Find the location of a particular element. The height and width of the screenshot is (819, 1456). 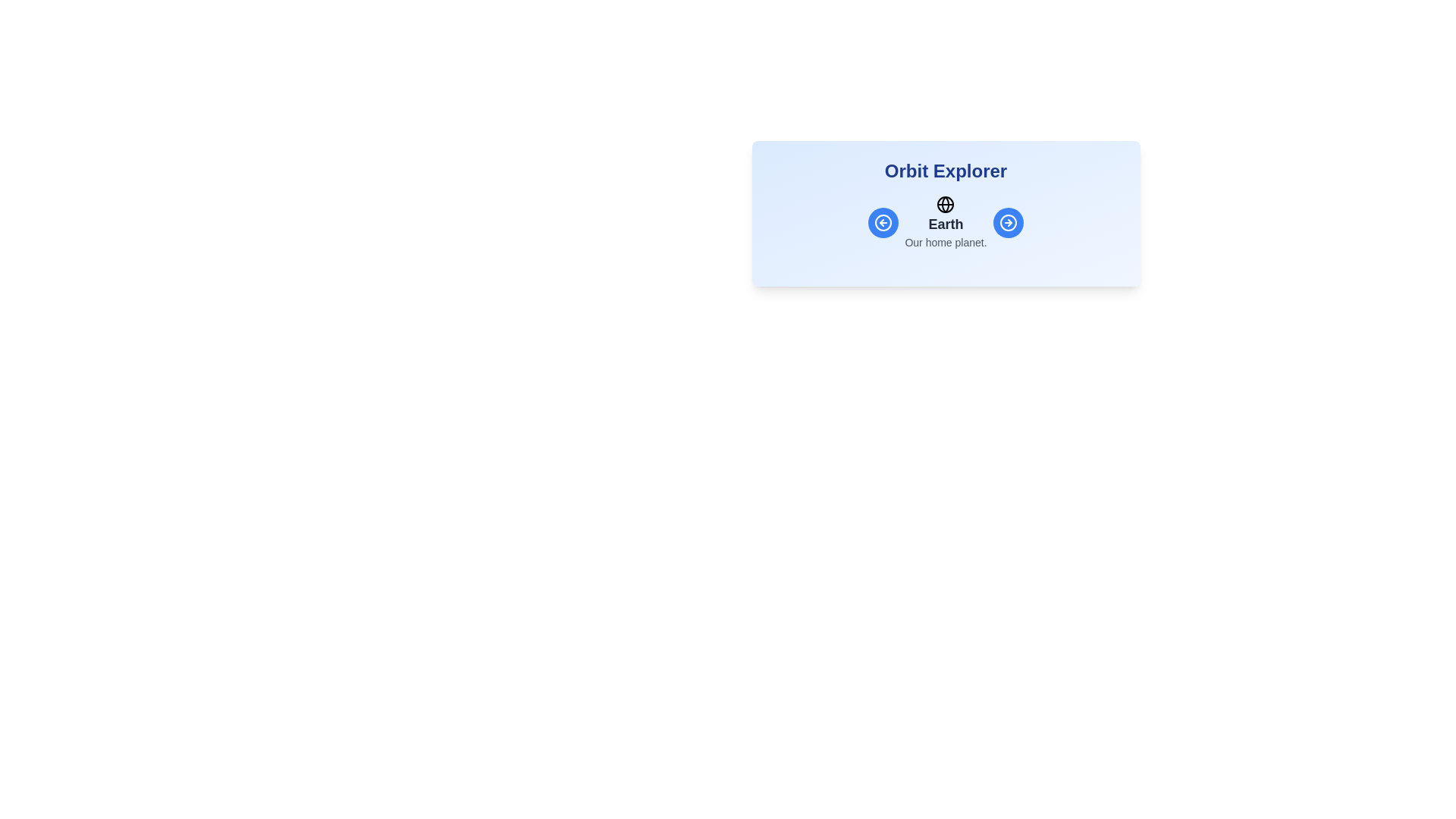

the blue circular graphic icon, which is the leftmost part of the leftward-pointing directional icon is located at coordinates (883, 222).